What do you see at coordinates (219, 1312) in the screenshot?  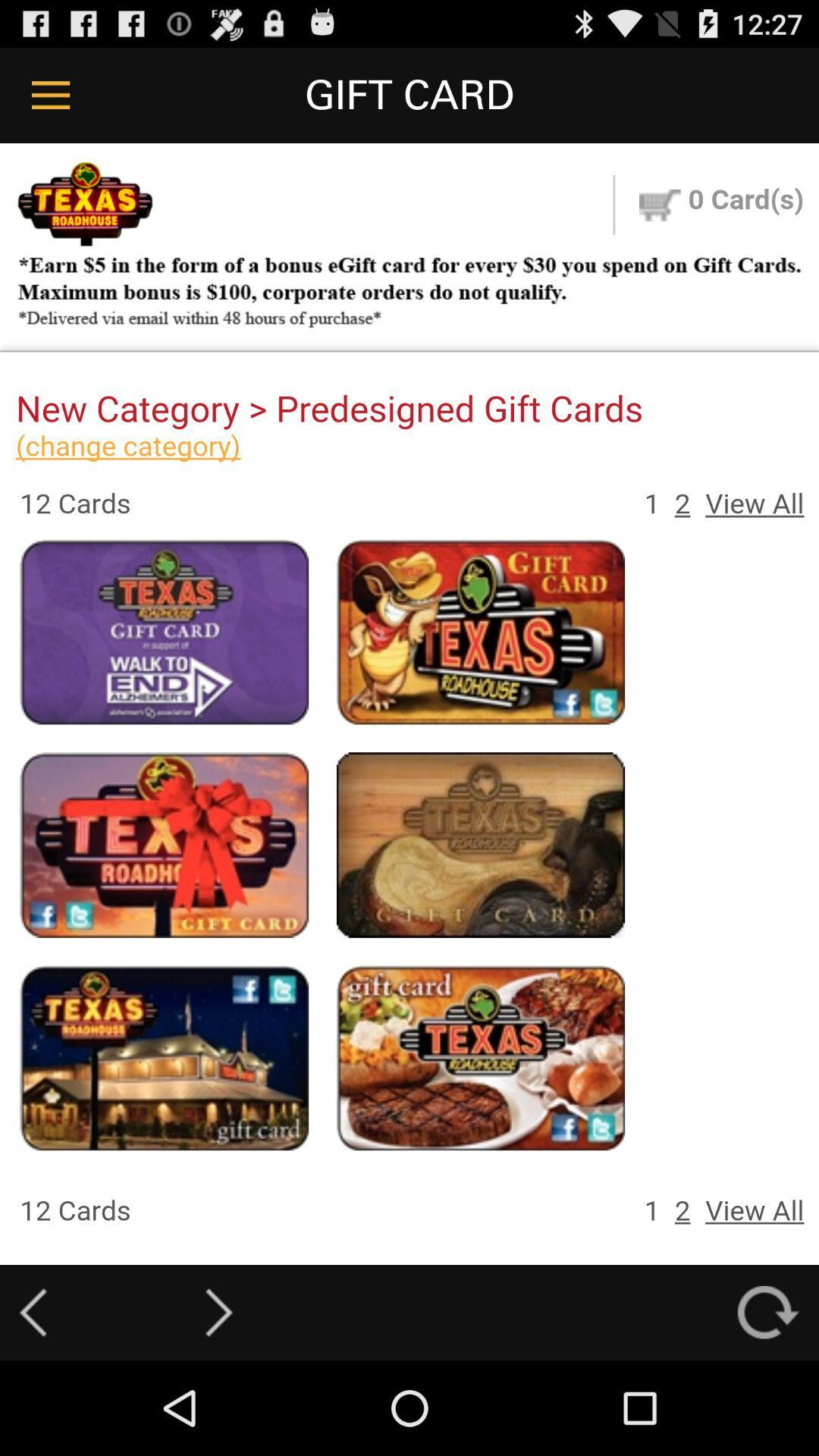 I see `next` at bounding box center [219, 1312].